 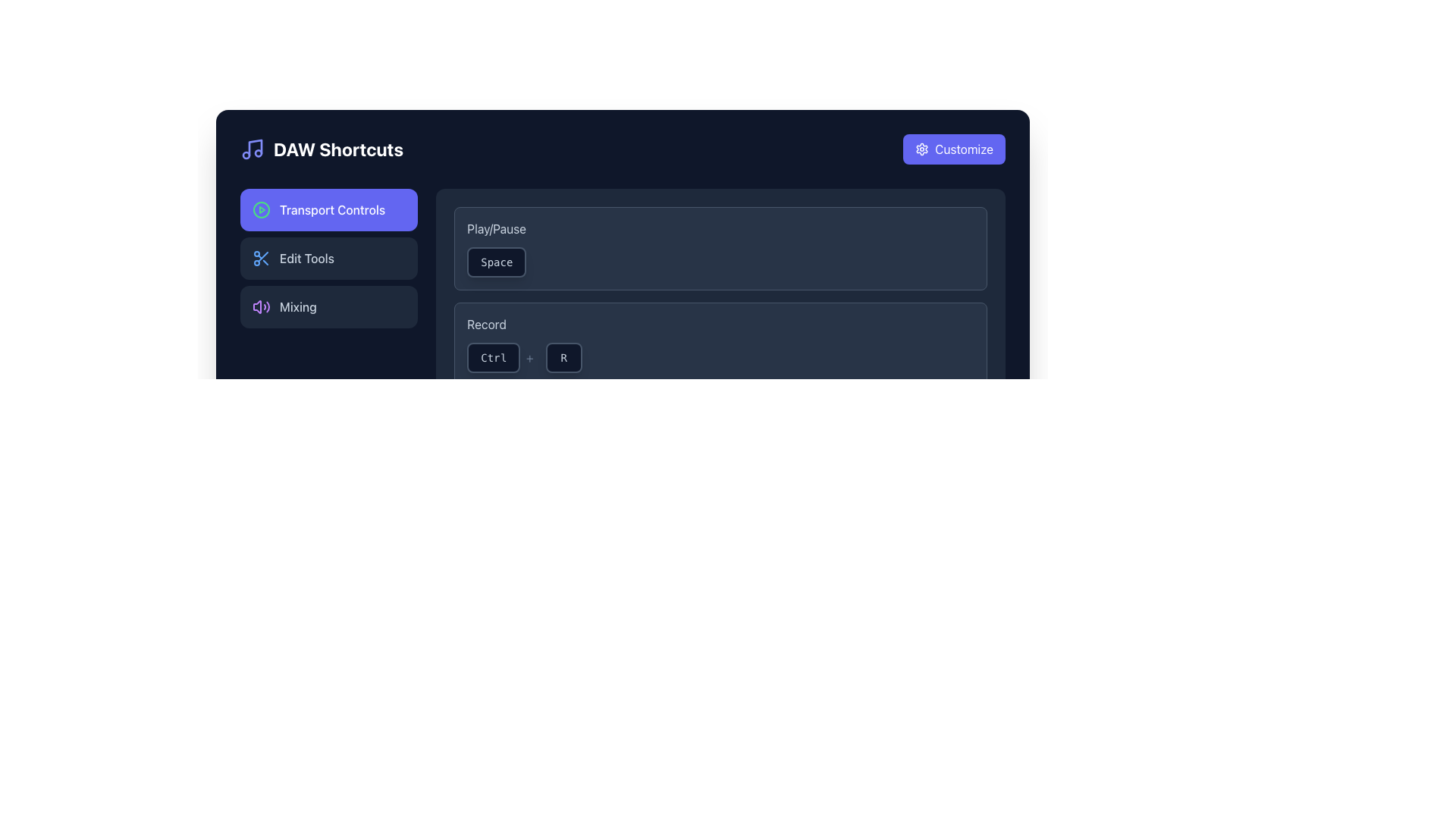 I want to click on the 'Ctrl' key visual element that is part of the 'Record' shortcut representation, so click(x=503, y=357).